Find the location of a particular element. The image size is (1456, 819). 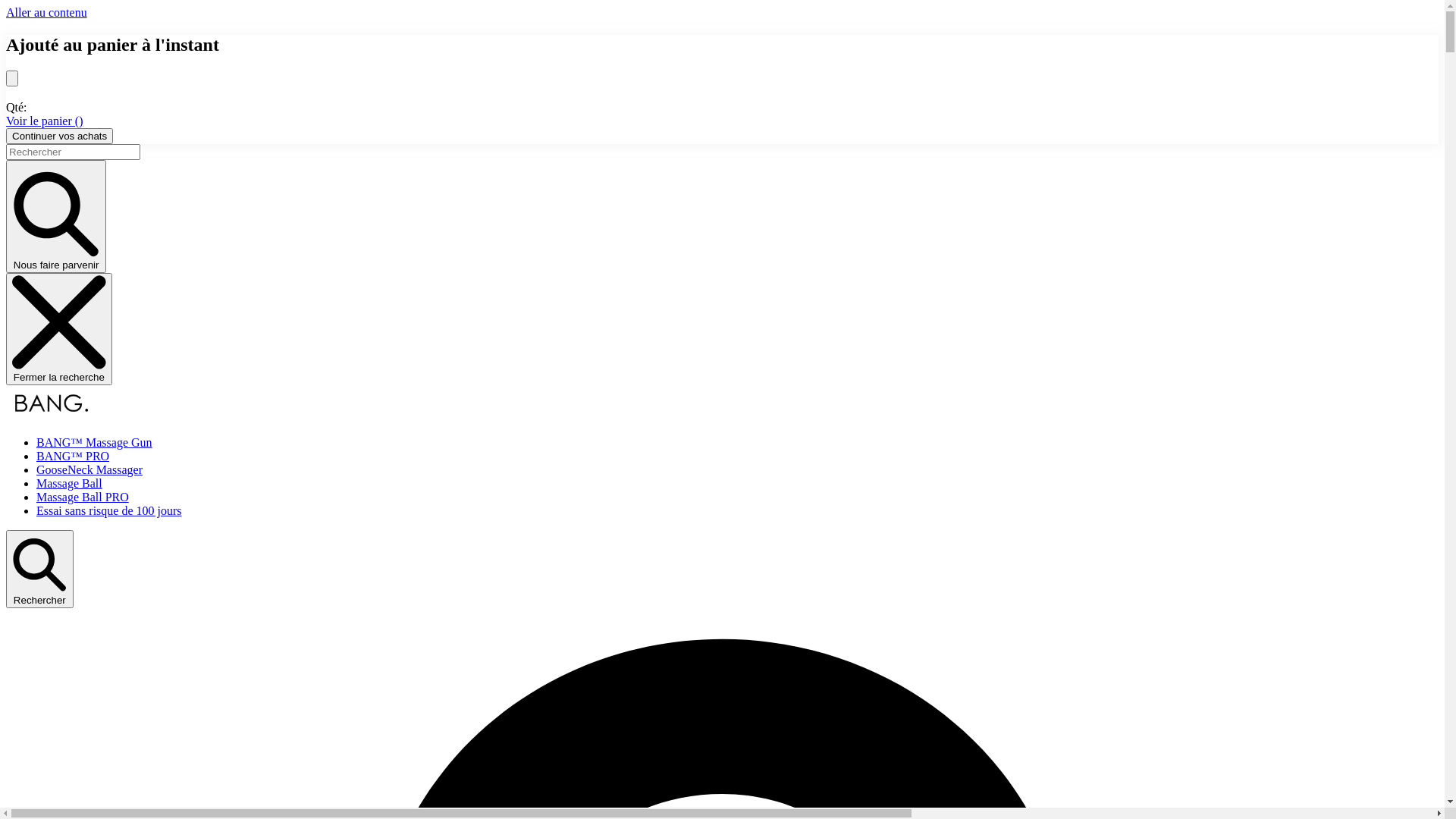

'Continuer vos achats' is located at coordinates (59, 135).